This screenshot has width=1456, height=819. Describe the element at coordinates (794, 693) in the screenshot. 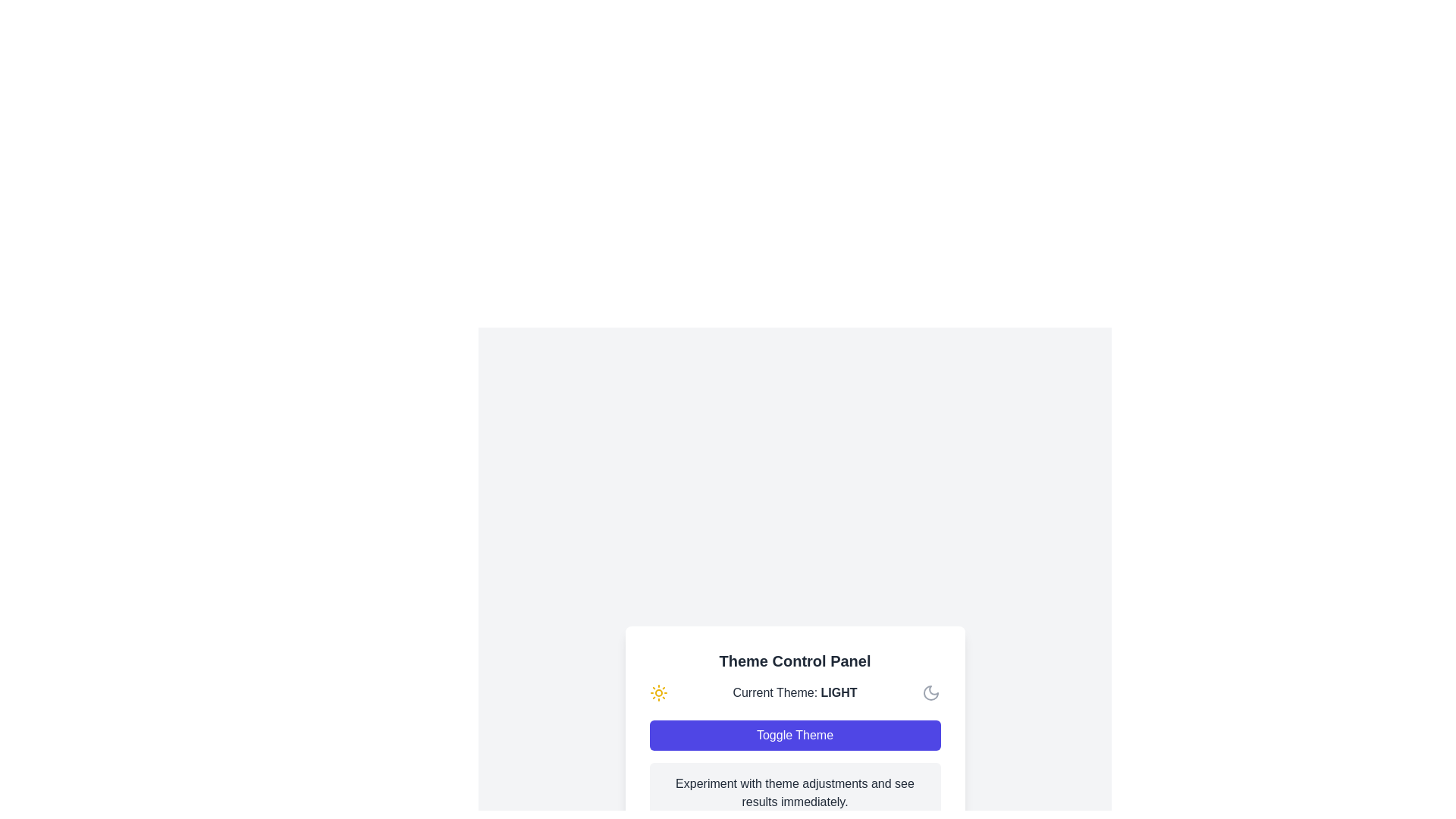

I see `the static text that indicates the current theme status, located above the 'Toggle Theme' button within the 'Theme Control Panel' card` at that location.